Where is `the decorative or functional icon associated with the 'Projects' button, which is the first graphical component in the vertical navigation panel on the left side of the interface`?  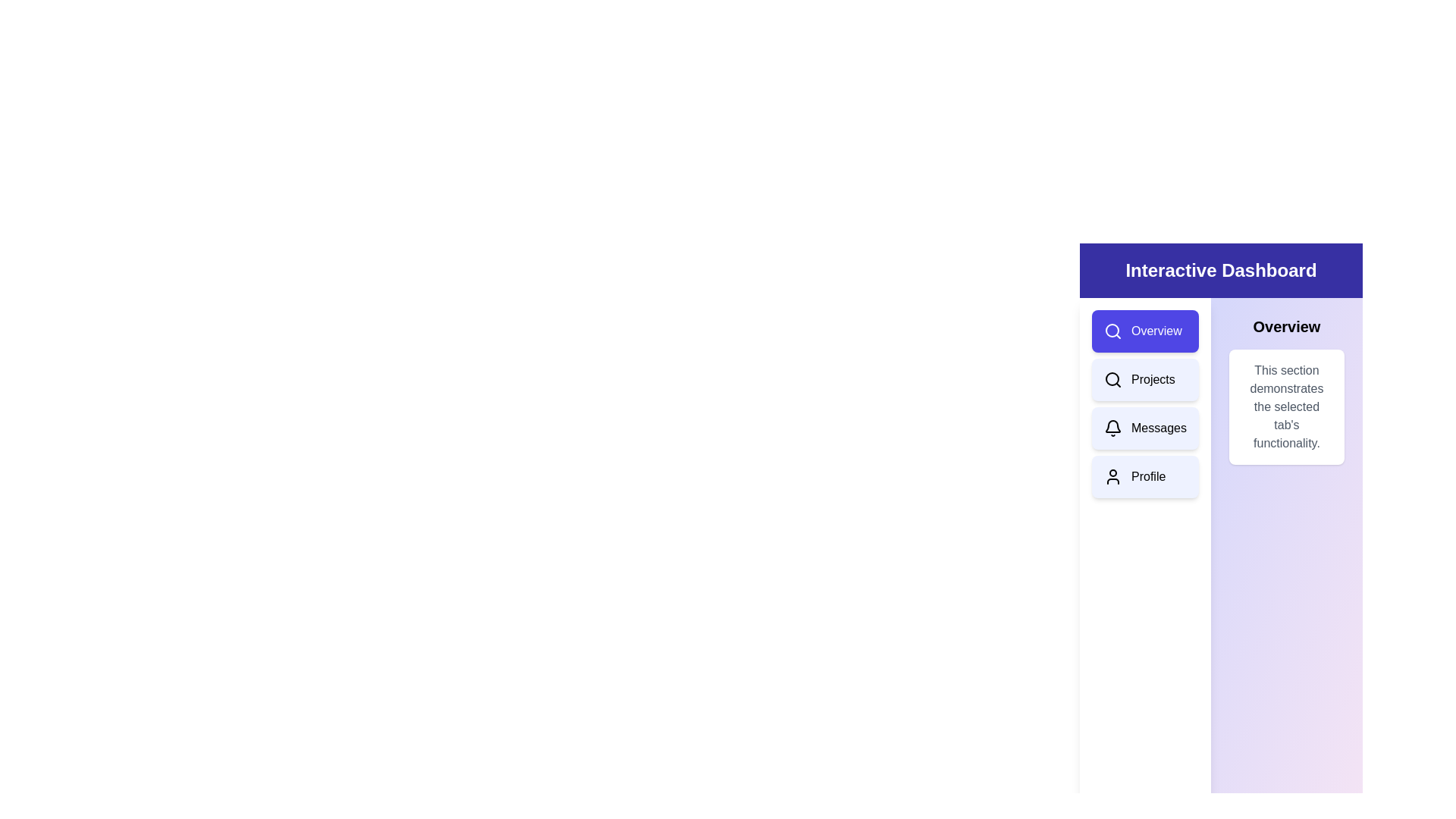
the decorative or functional icon associated with the 'Projects' button, which is the first graphical component in the vertical navigation panel on the left side of the interface is located at coordinates (1113, 379).